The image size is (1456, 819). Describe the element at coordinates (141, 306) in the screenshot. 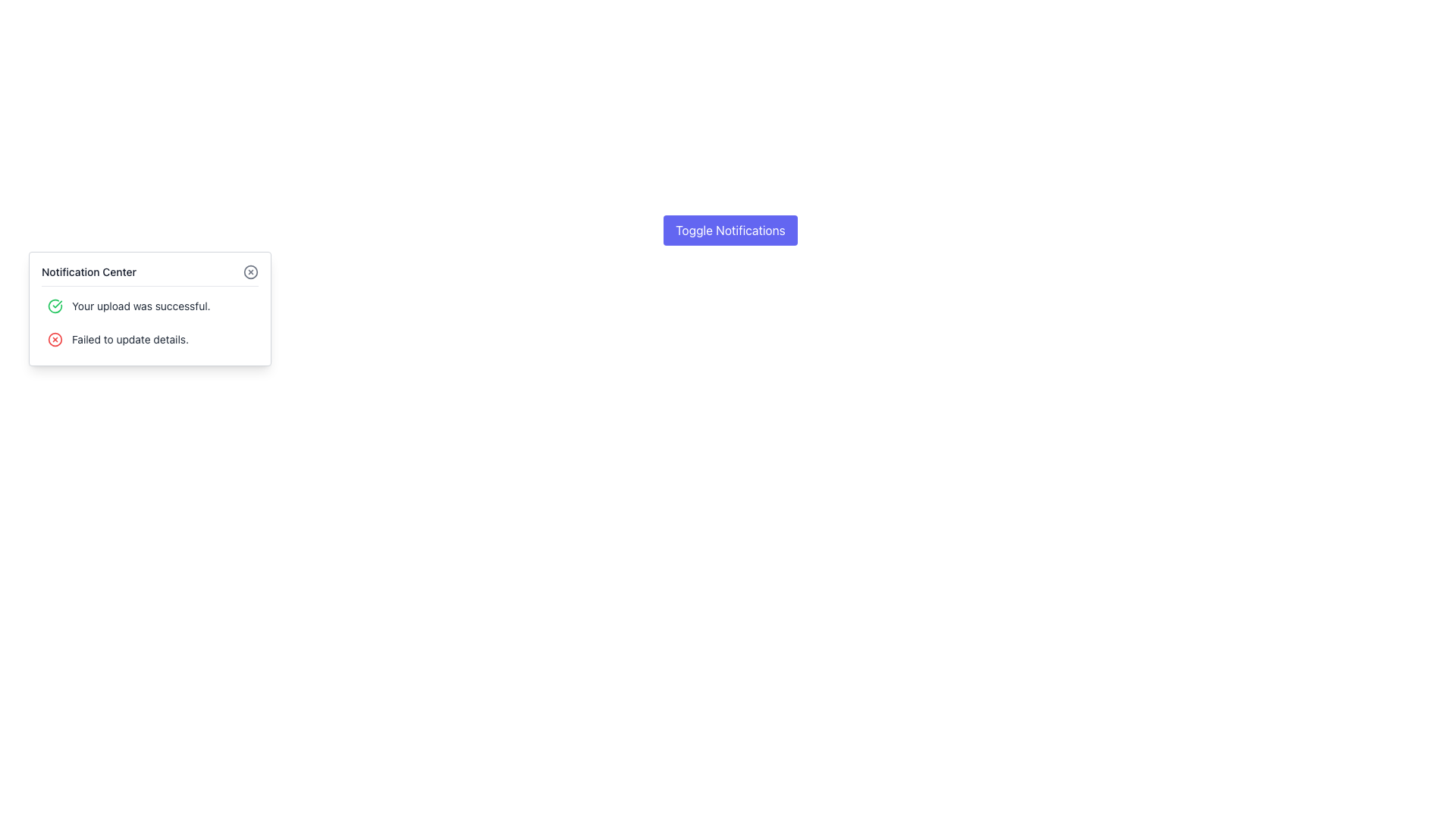

I see `the success message Text Label that indicates the upload operation has been successfully completed, positioned to the right of a green checkmark icon within a notification card` at that location.